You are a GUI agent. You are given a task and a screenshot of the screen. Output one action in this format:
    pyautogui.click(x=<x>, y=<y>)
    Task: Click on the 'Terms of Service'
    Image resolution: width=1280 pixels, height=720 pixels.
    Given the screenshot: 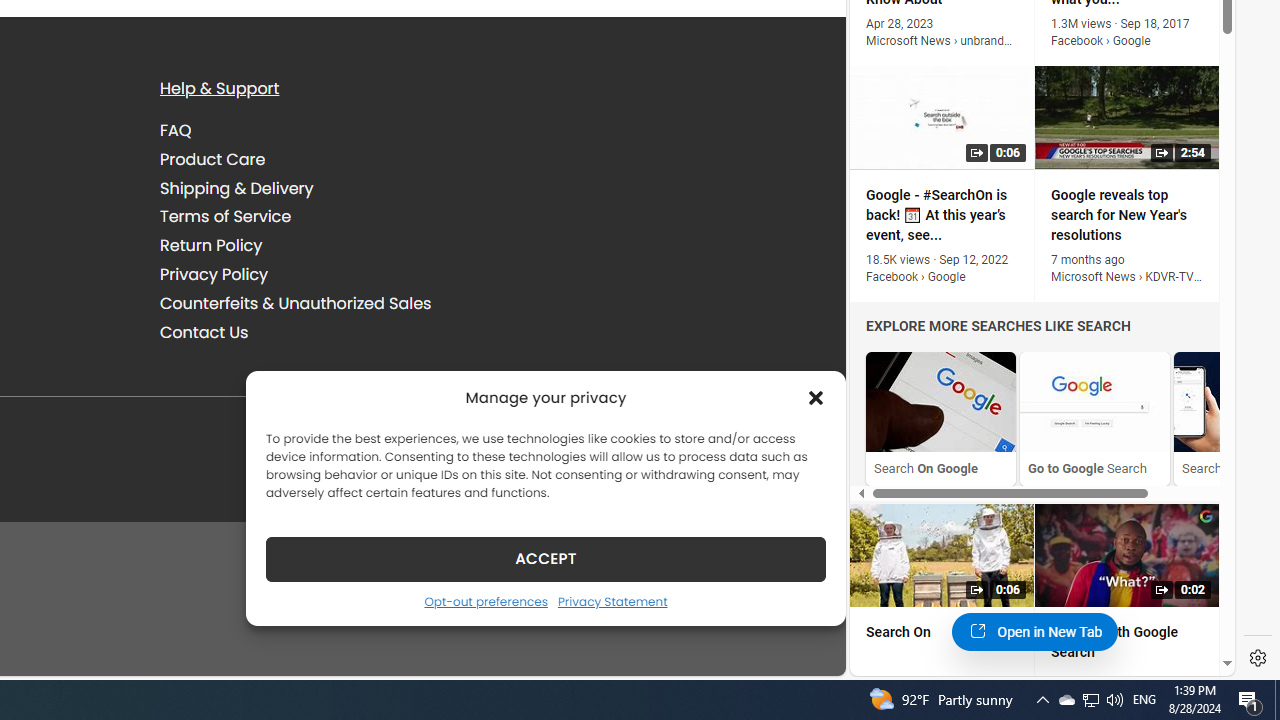 What is the action you would take?
    pyautogui.click(x=225, y=217)
    